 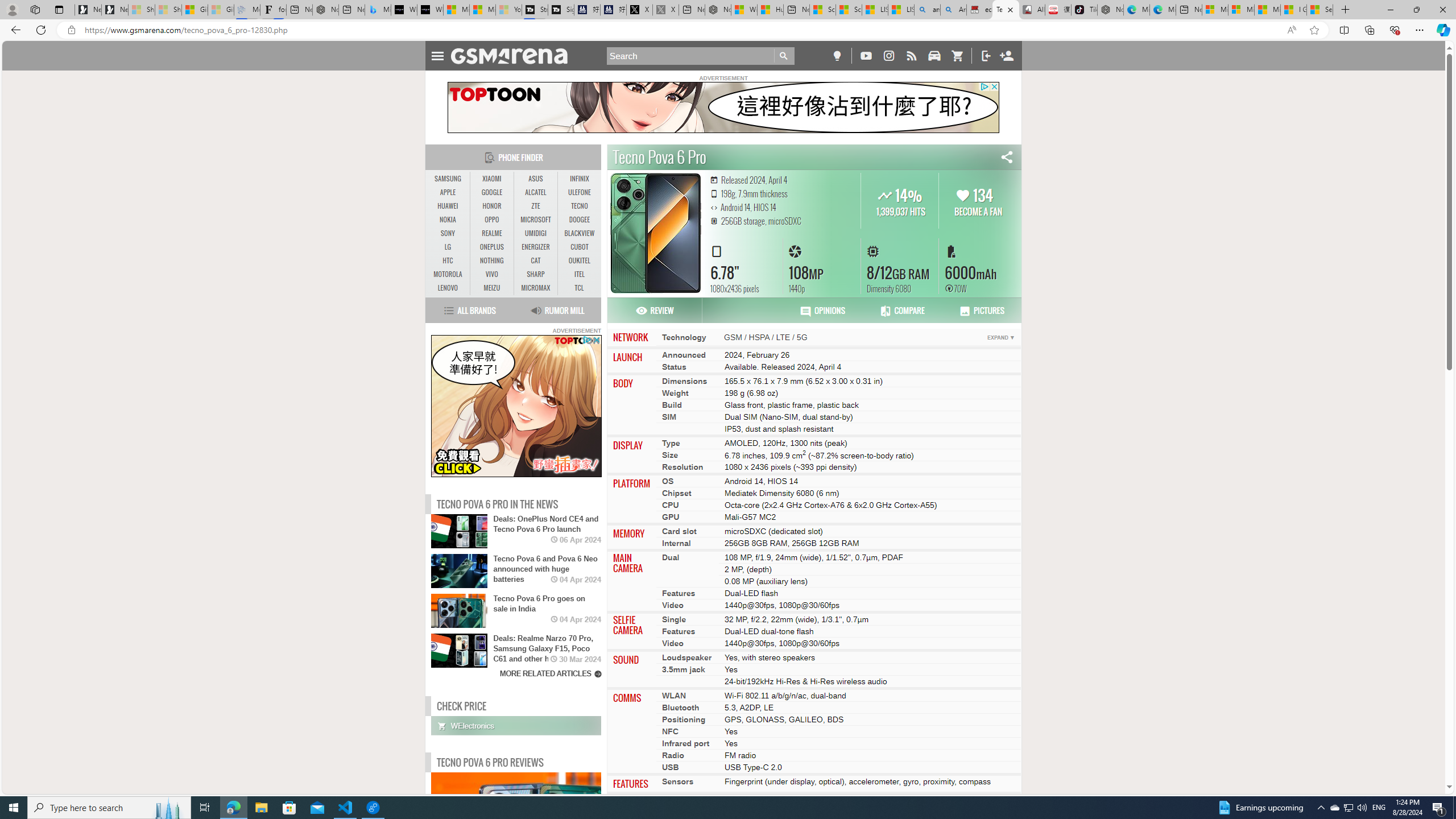 What do you see at coordinates (579, 192) in the screenshot?
I see `'ULEFONE'` at bounding box center [579, 192].